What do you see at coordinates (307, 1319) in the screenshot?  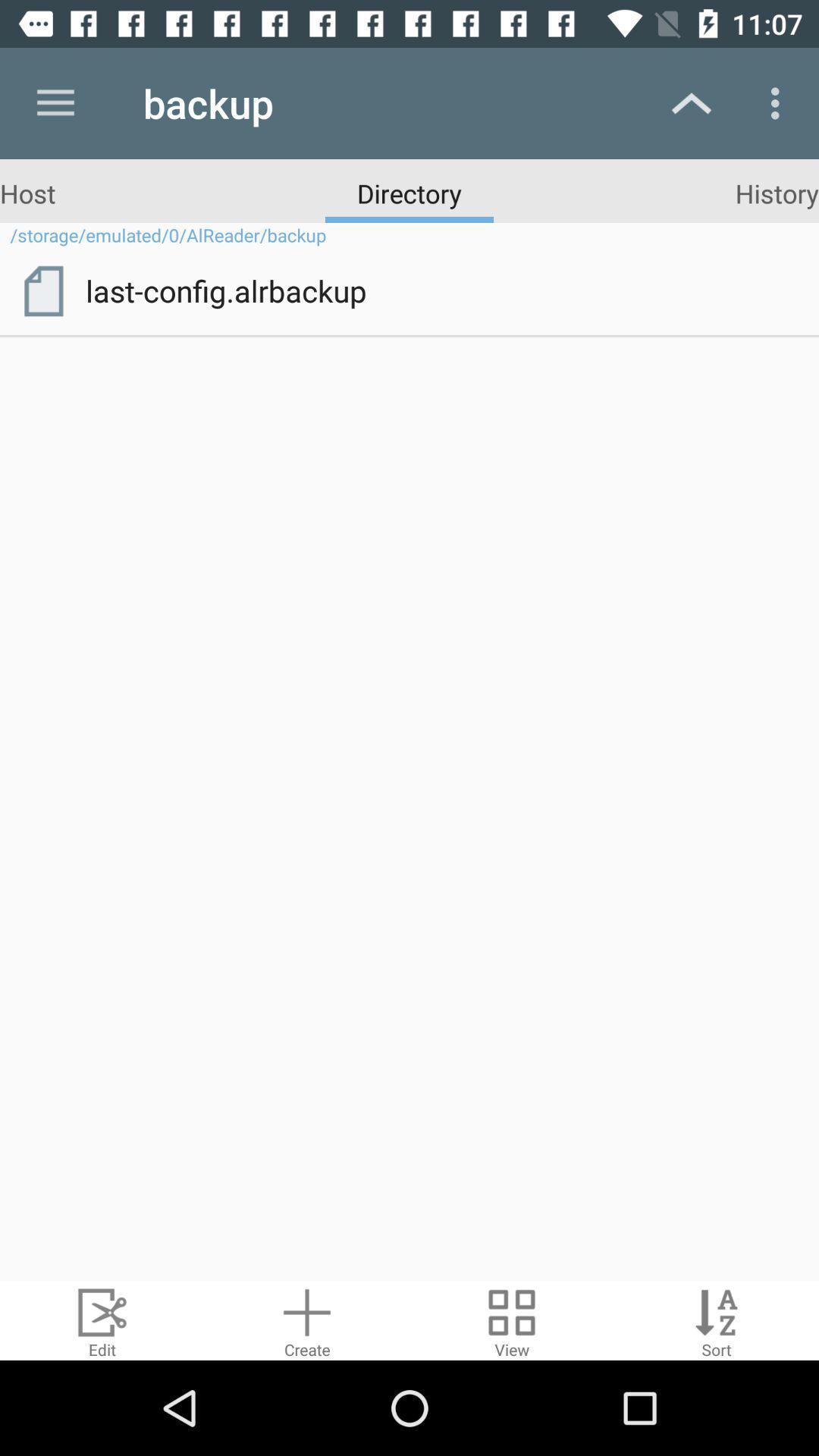 I see `new` at bounding box center [307, 1319].